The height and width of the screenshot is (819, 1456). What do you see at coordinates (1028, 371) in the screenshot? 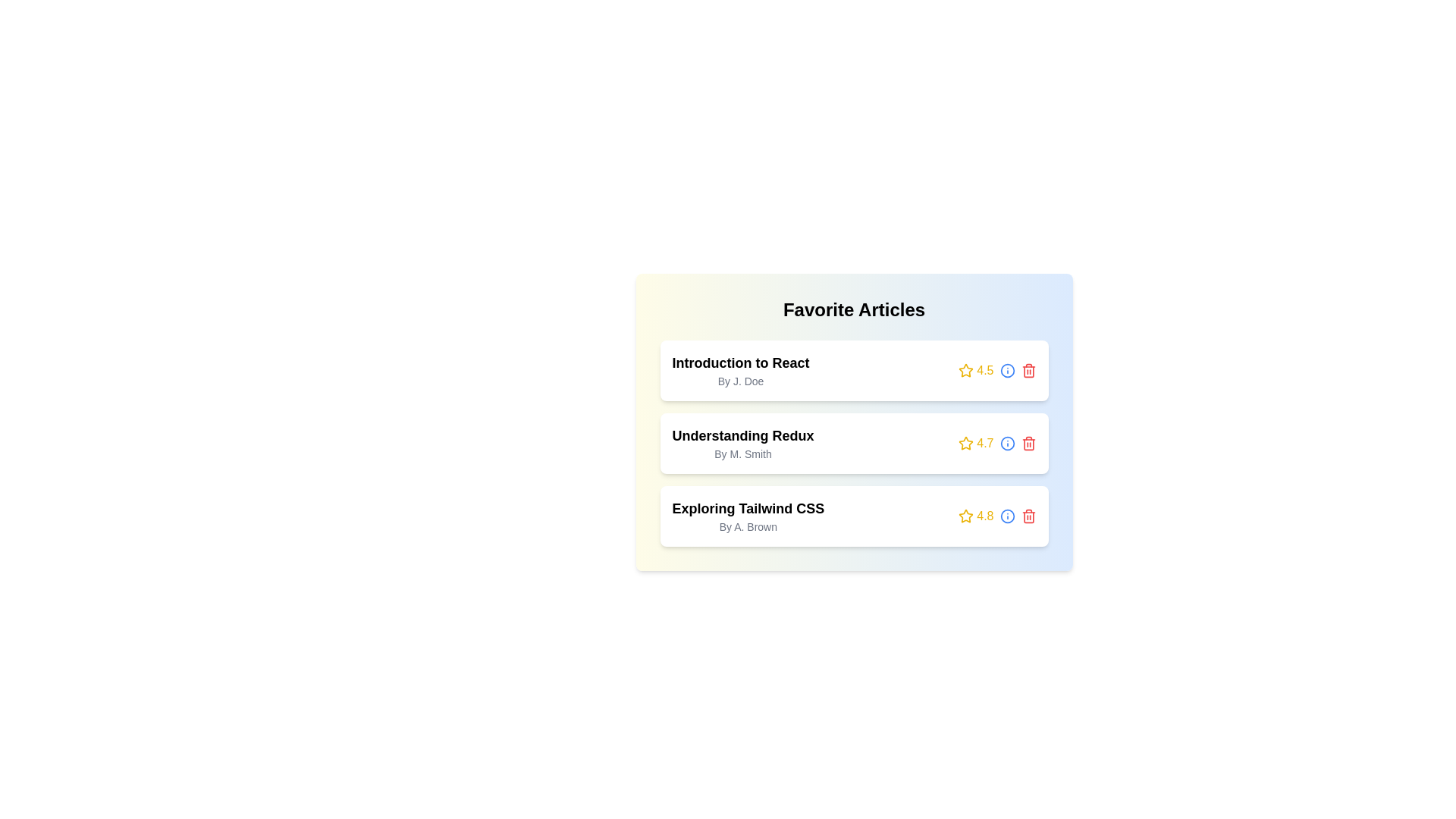
I see `'trash' icon to remove the article titled 'Introduction to React'` at bounding box center [1028, 371].